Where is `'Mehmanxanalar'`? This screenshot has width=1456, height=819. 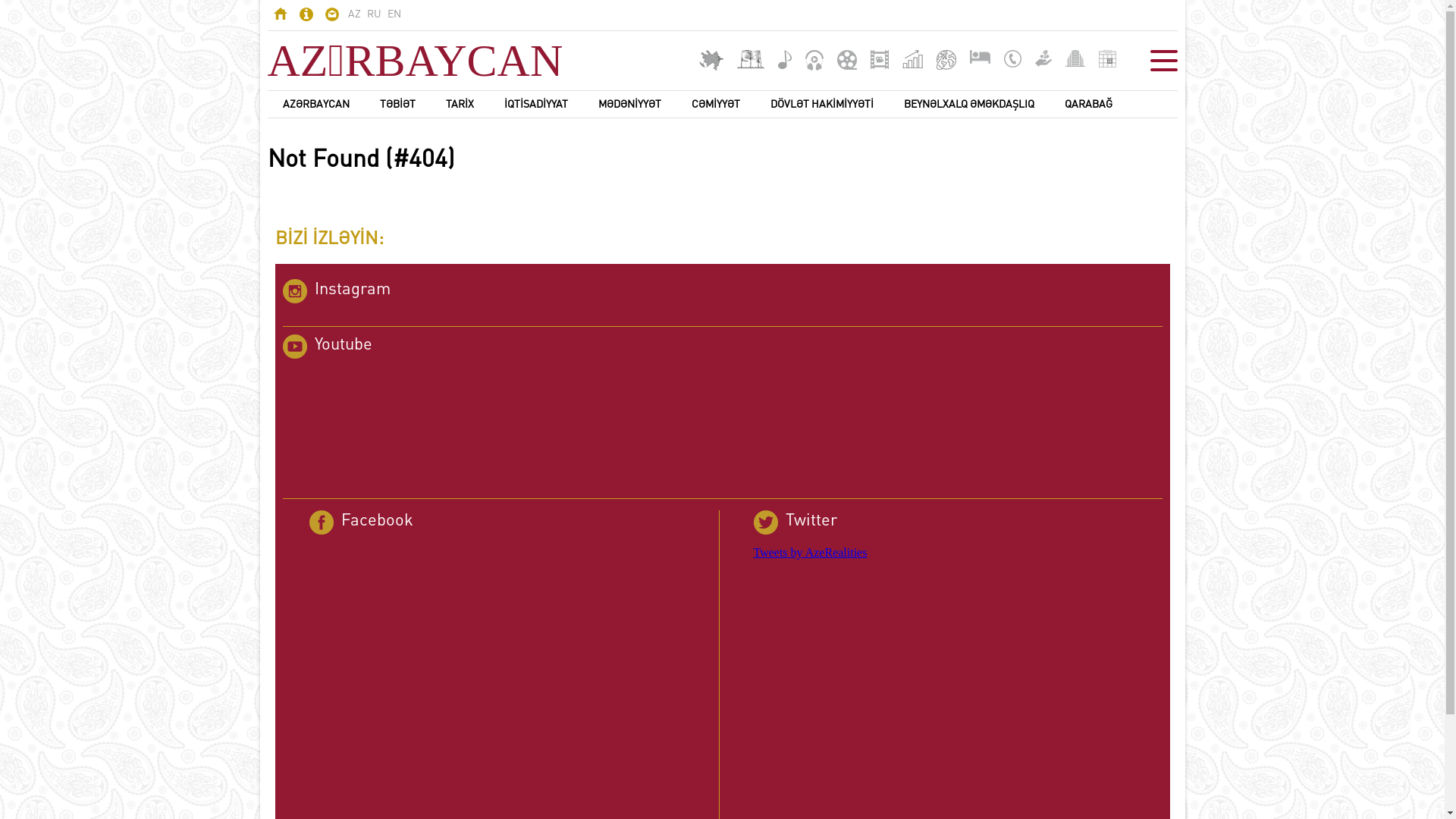
'Mehmanxanalar' is located at coordinates (979, 55).